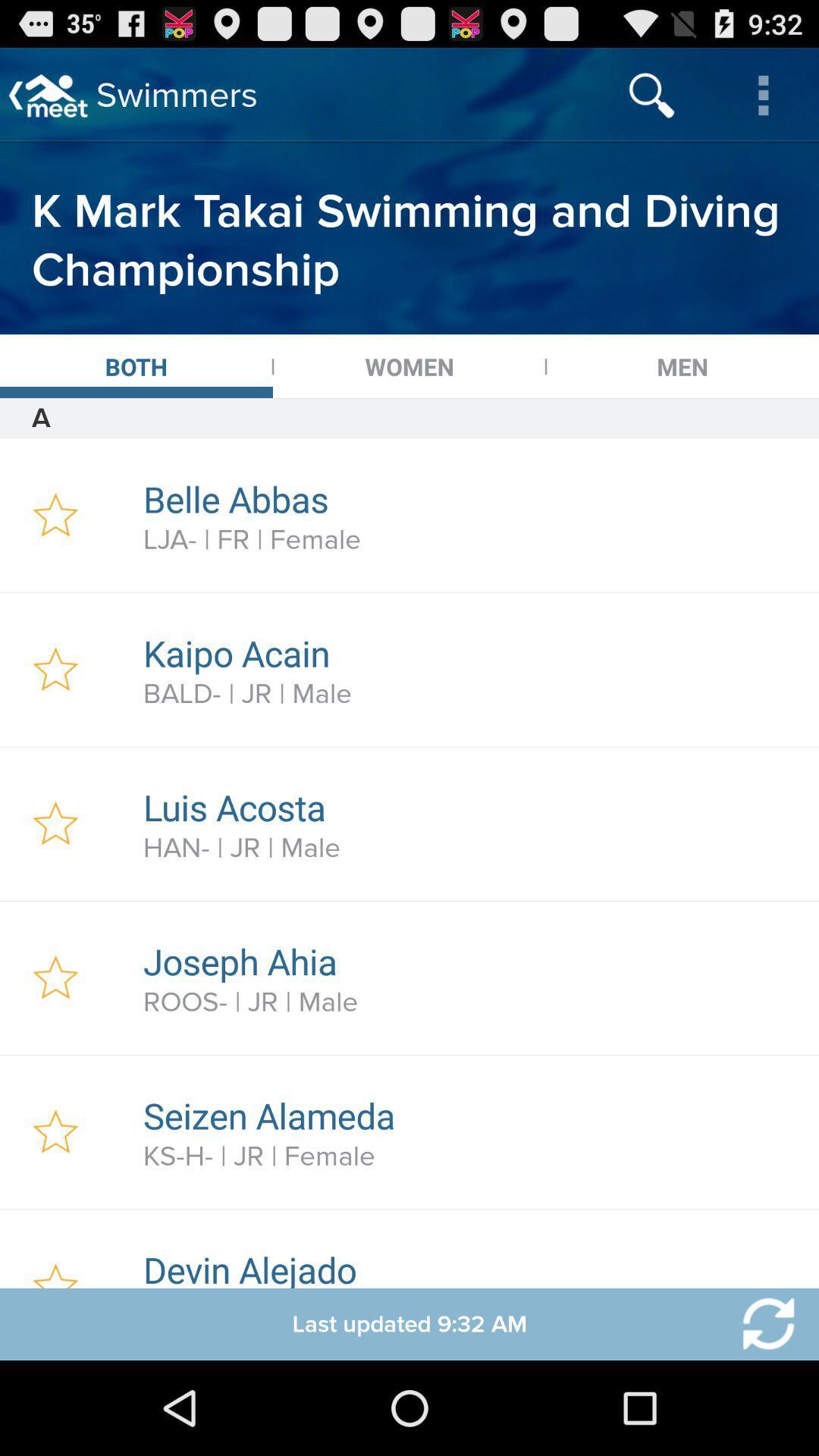  I want to click on item below the devin alejado icon, so click(759, 1323).